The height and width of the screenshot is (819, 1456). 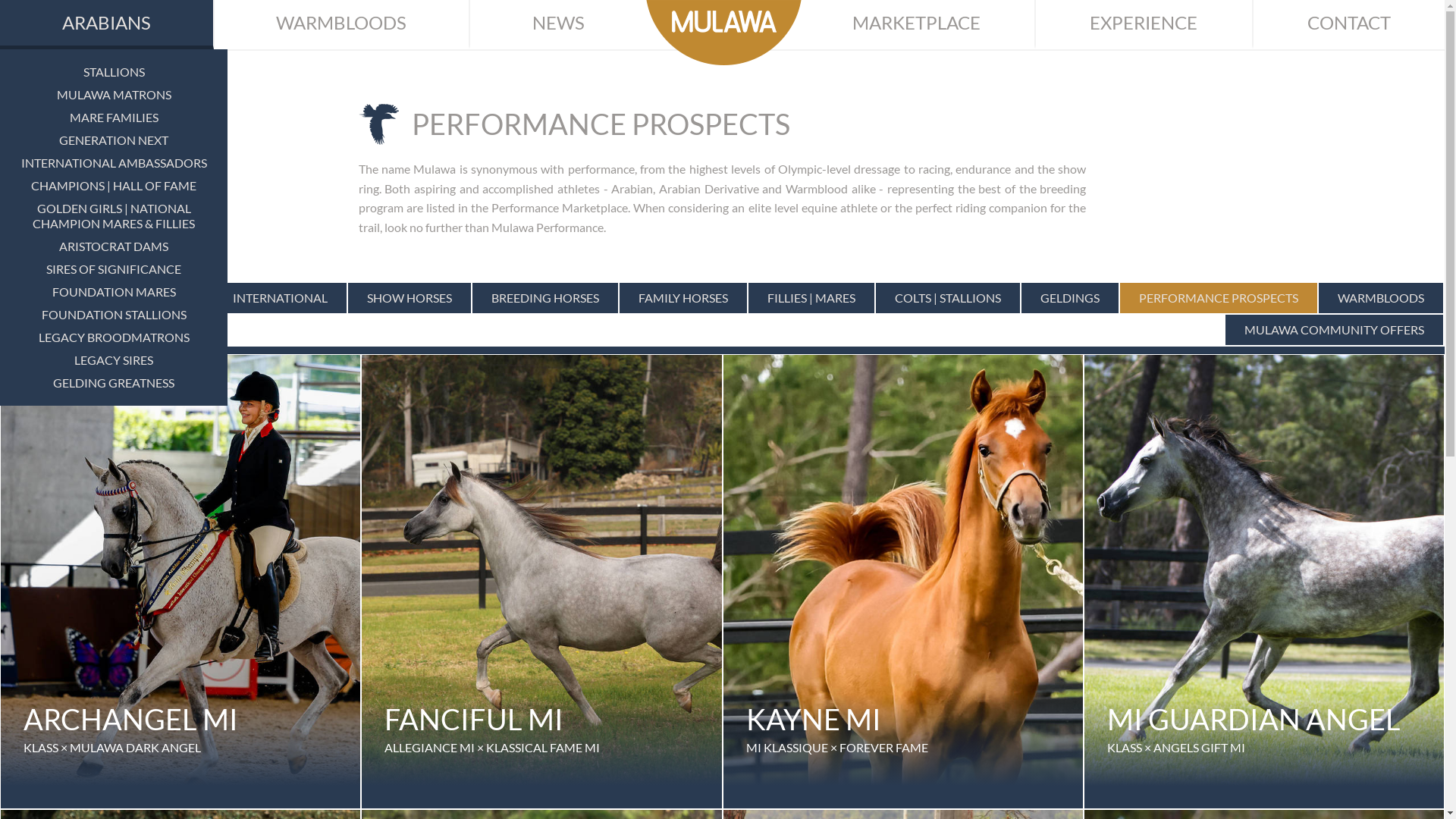 What do you see at coordinates (112, 163) in the screenshot?
I see `'INTERNATIONAL AMBASSADORS'` at bounding box center [112, 163].